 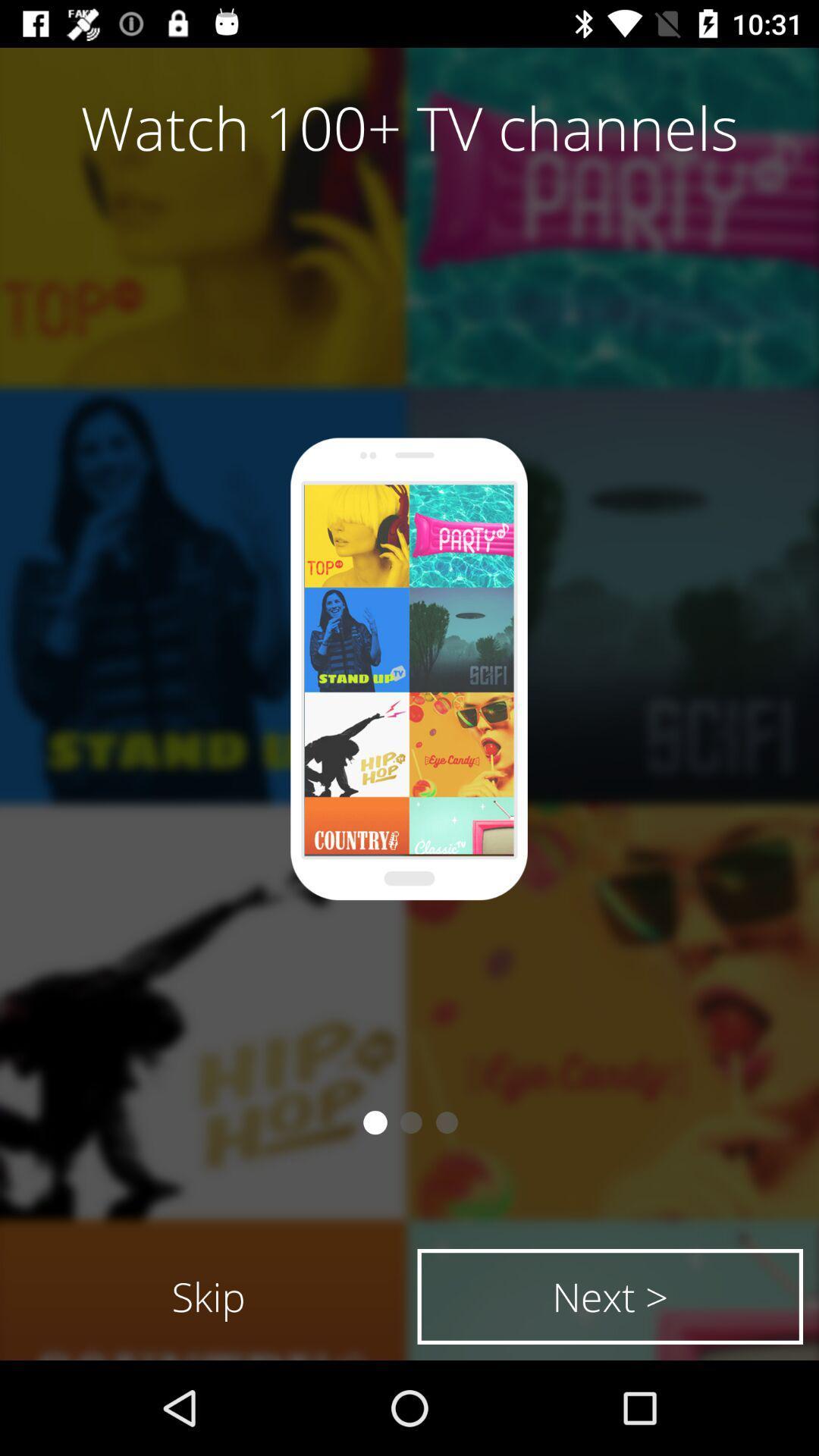 I want to click on item to the left of next > item, so click(x=209, y=1295).